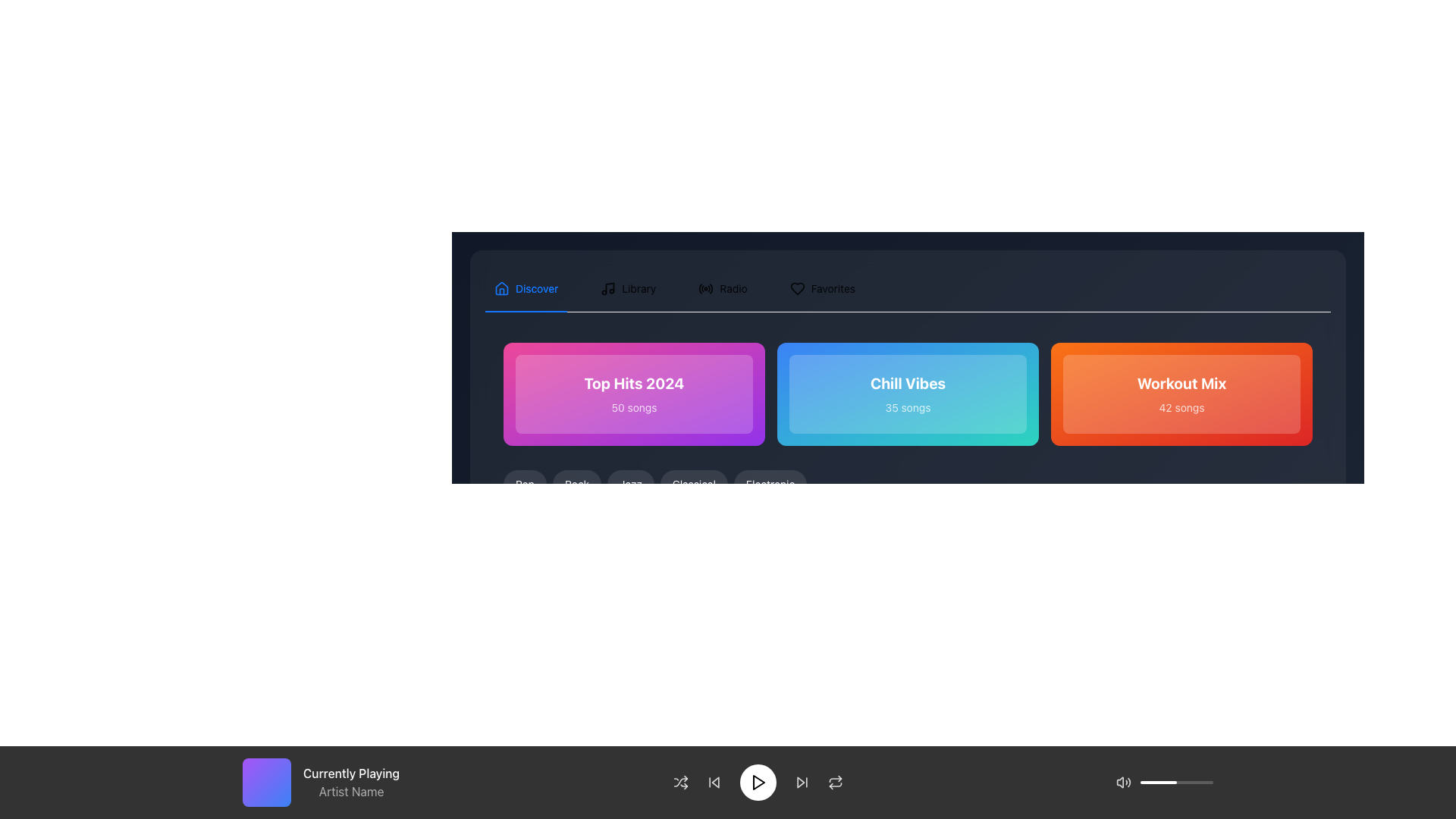 Image resolution: width=1456 pixels, height=819 pixels. Describe the element at coordinates (758, 783) in the screenshot. I see `the Play button icon in the media control interface` at that location.